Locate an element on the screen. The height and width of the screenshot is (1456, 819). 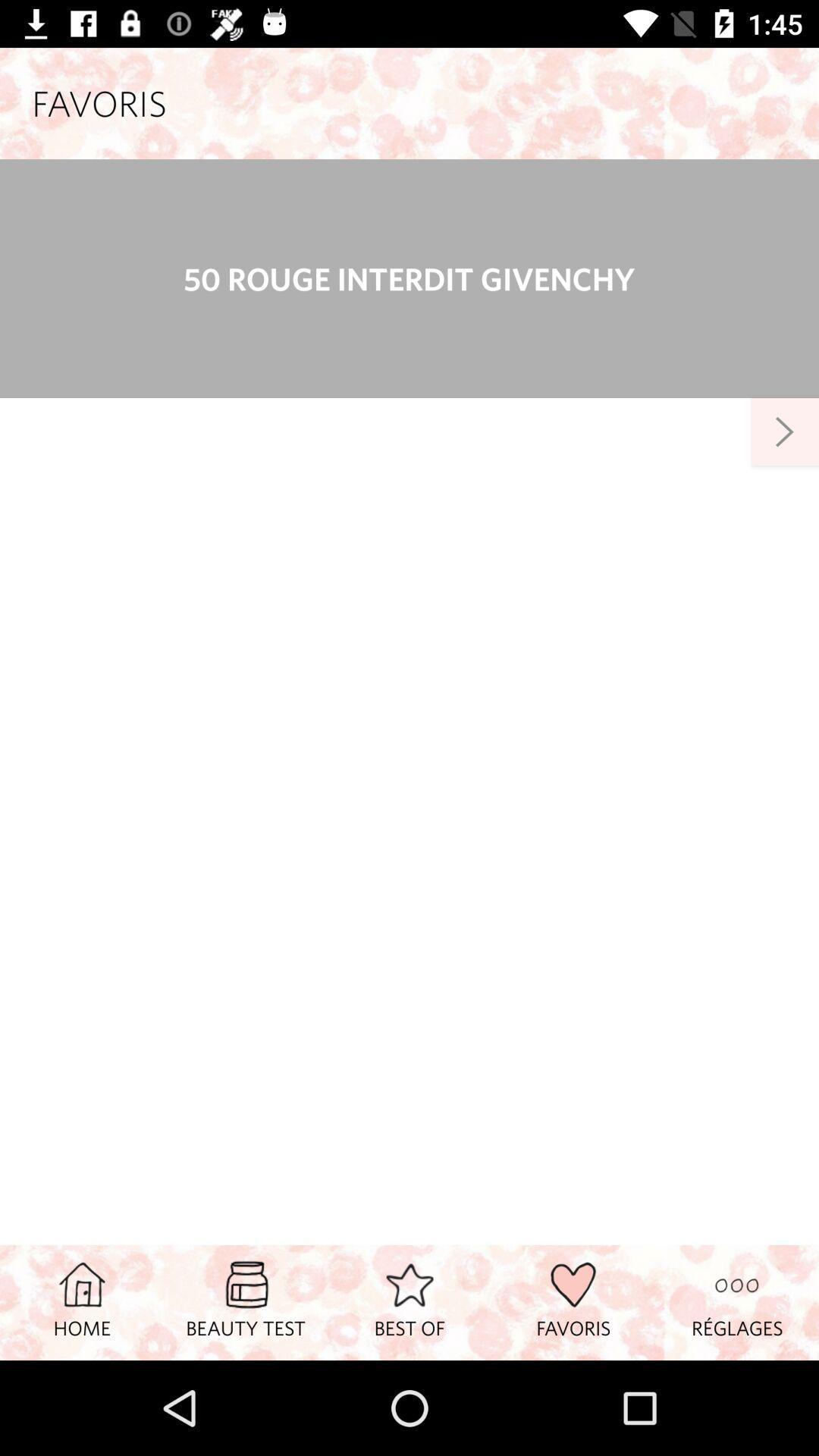
the icon to the left of the favoris item is located at coordinates (409, 1301).